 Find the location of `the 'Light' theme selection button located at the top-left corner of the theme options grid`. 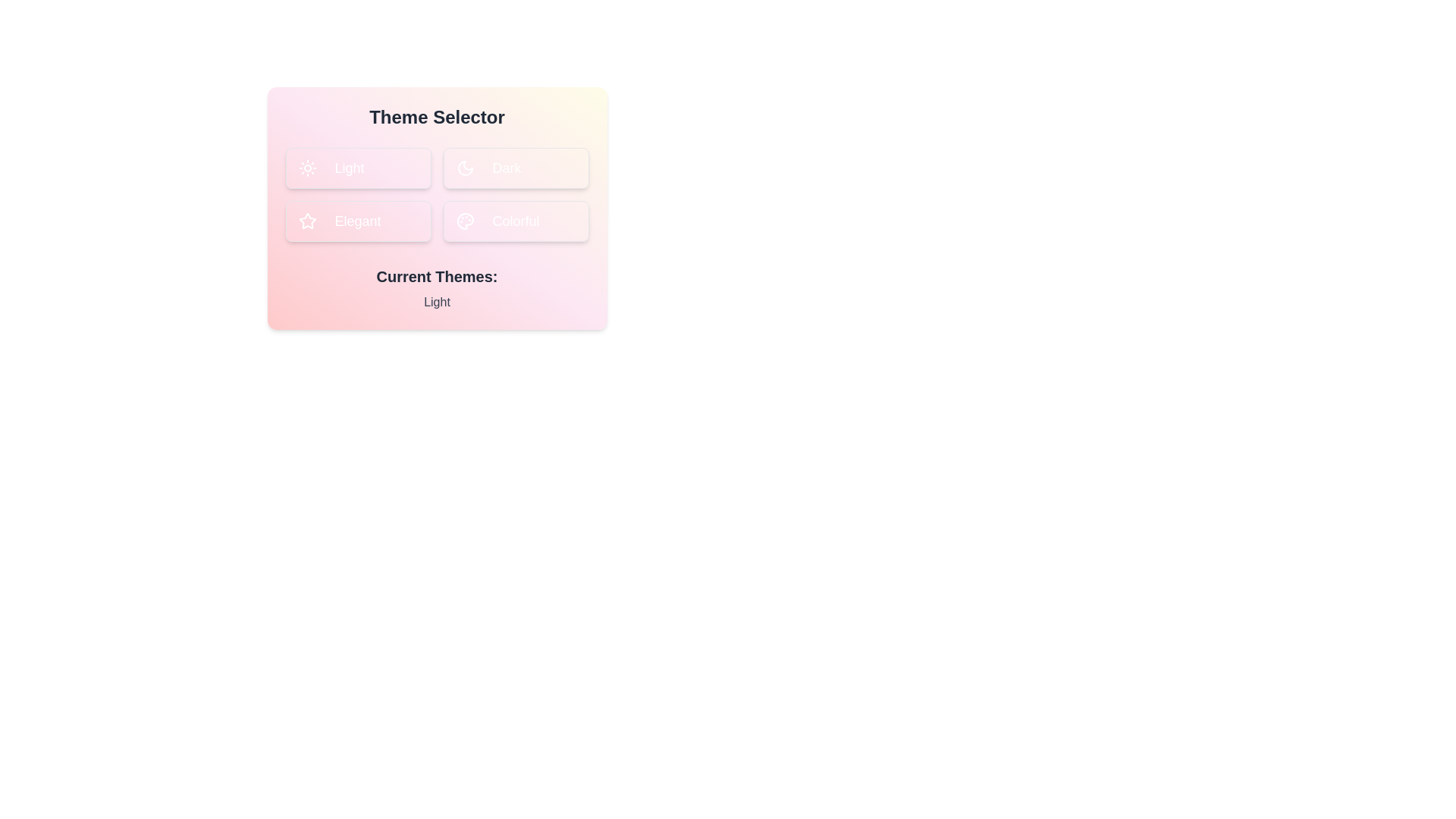

the 'Light' theme selection button located at the top-left corner of the theme options grid is located at coordinates (357, 168).